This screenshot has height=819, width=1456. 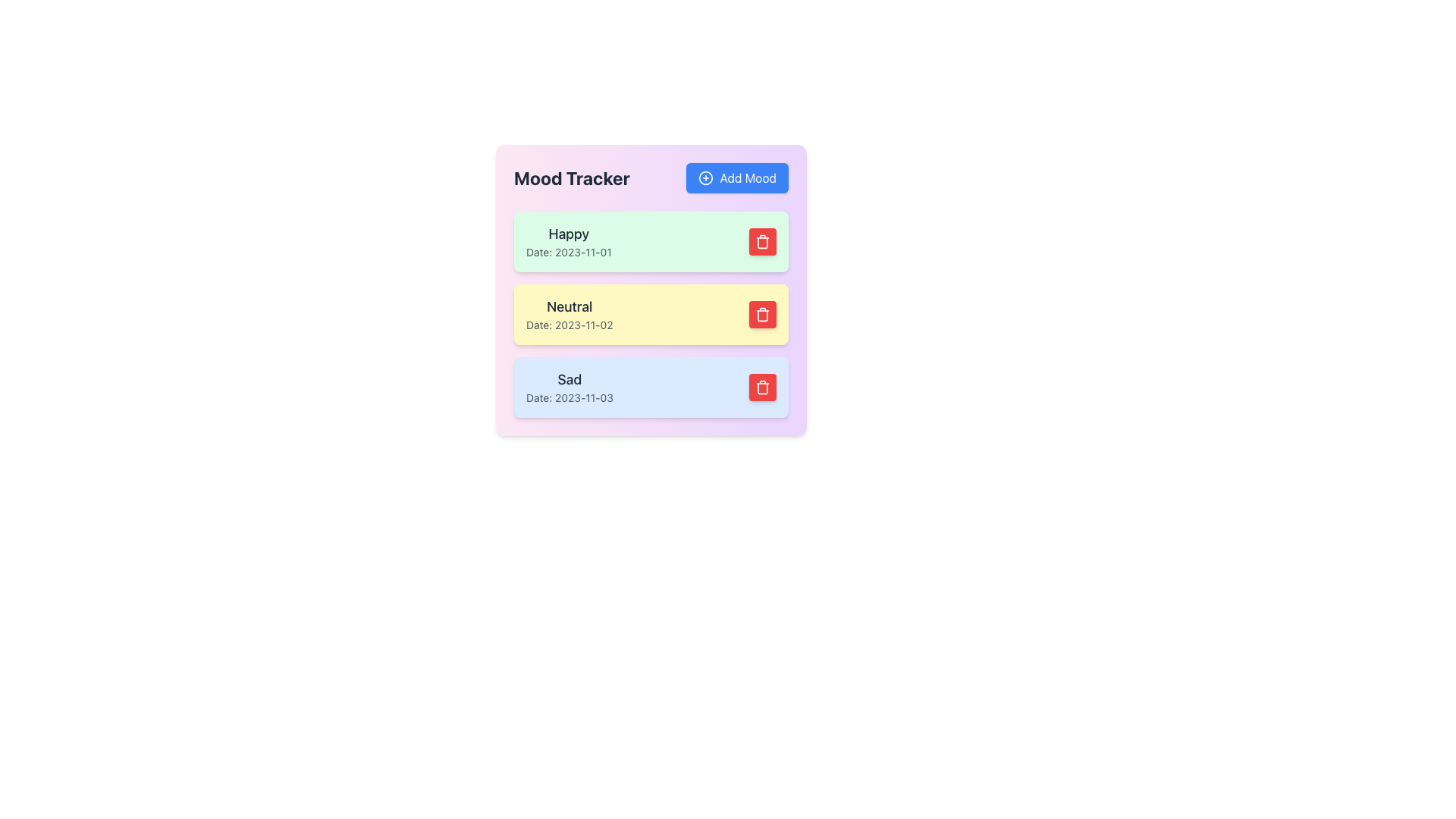 What do you see at coordinates (705, 177) in the screenshot?
I see `the decorative circular background of the 'Add Mood' button located at the top-right corner of the interface` at bounding box center [705, 177].